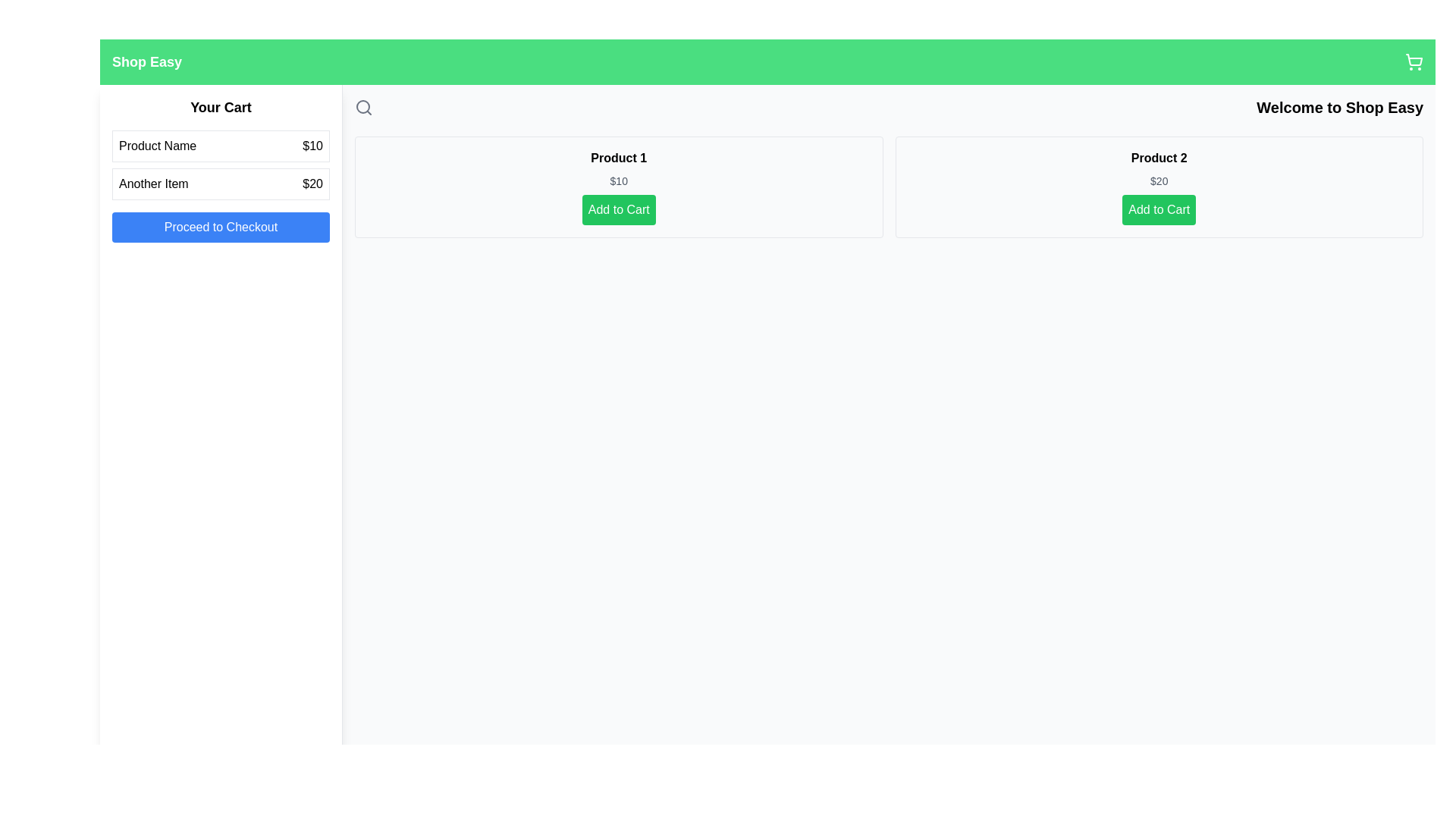 Image resolution: width=1456 pixels, height=819 pixels. What do you see at coordinates (1414, 61) in the screenshot?
I see `the shopping cart icon button located in the top-right corner of the green header bar` at bounding box center [1414, 61].